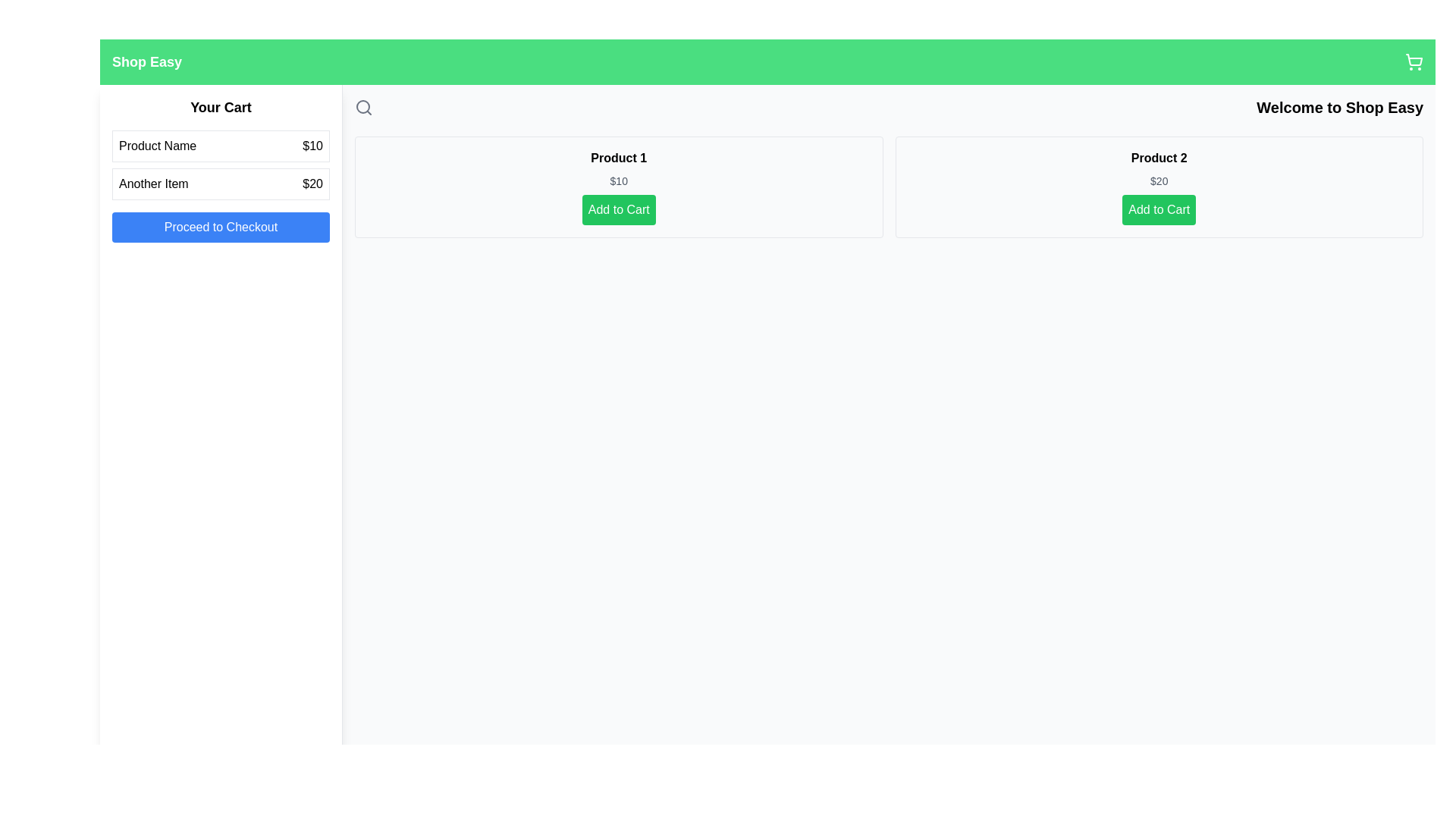 Image resolution: width=1456 pixels, height=819 pixels. What do you see at coordinates (1414, 61) in the screenshot?
I see `the shopping cart icon button located in the top-right corner of the green header bar` at bounding box center [1414, 61].